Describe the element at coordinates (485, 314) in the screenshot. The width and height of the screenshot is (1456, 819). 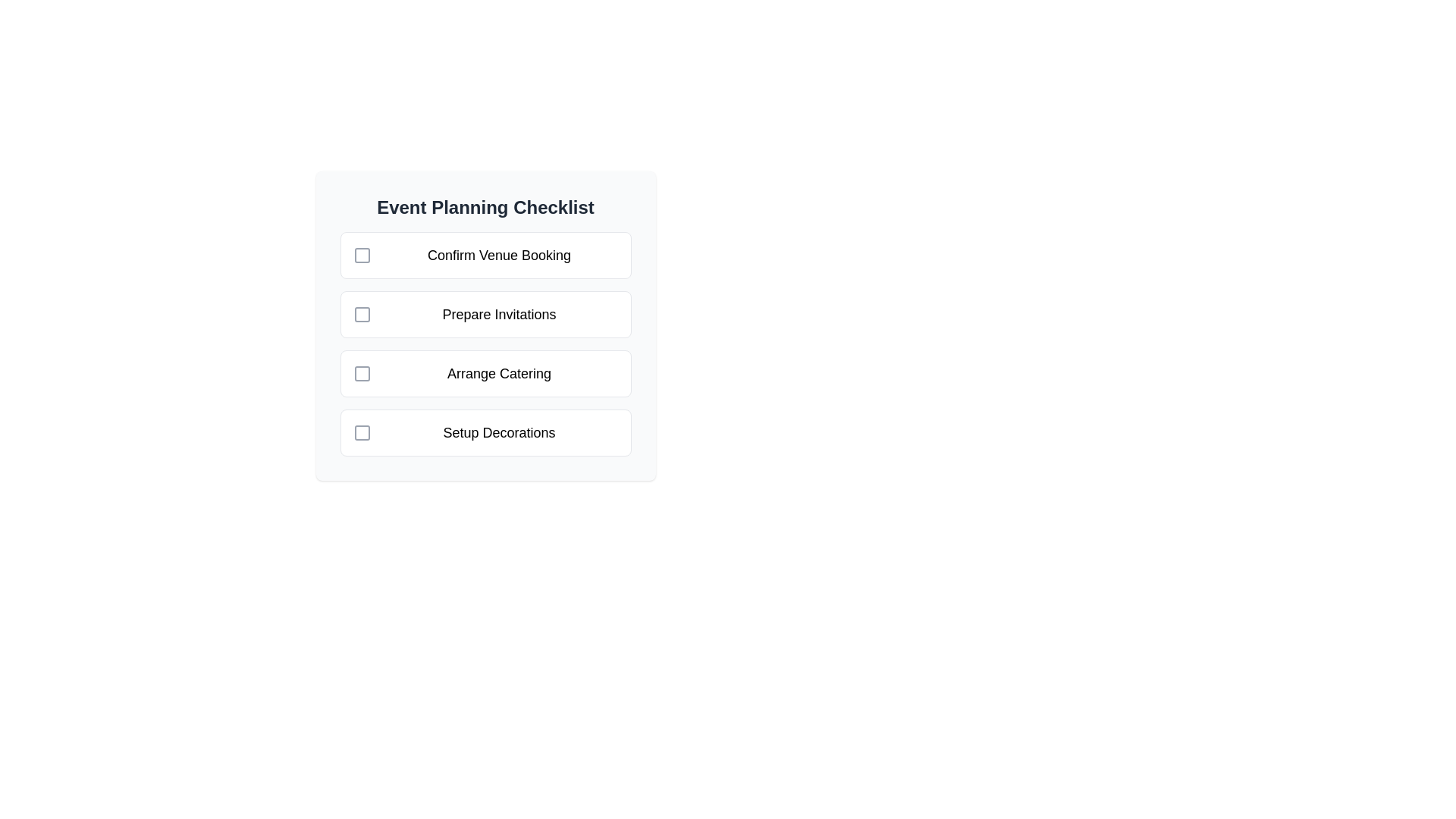
I see `the second item` at that location.